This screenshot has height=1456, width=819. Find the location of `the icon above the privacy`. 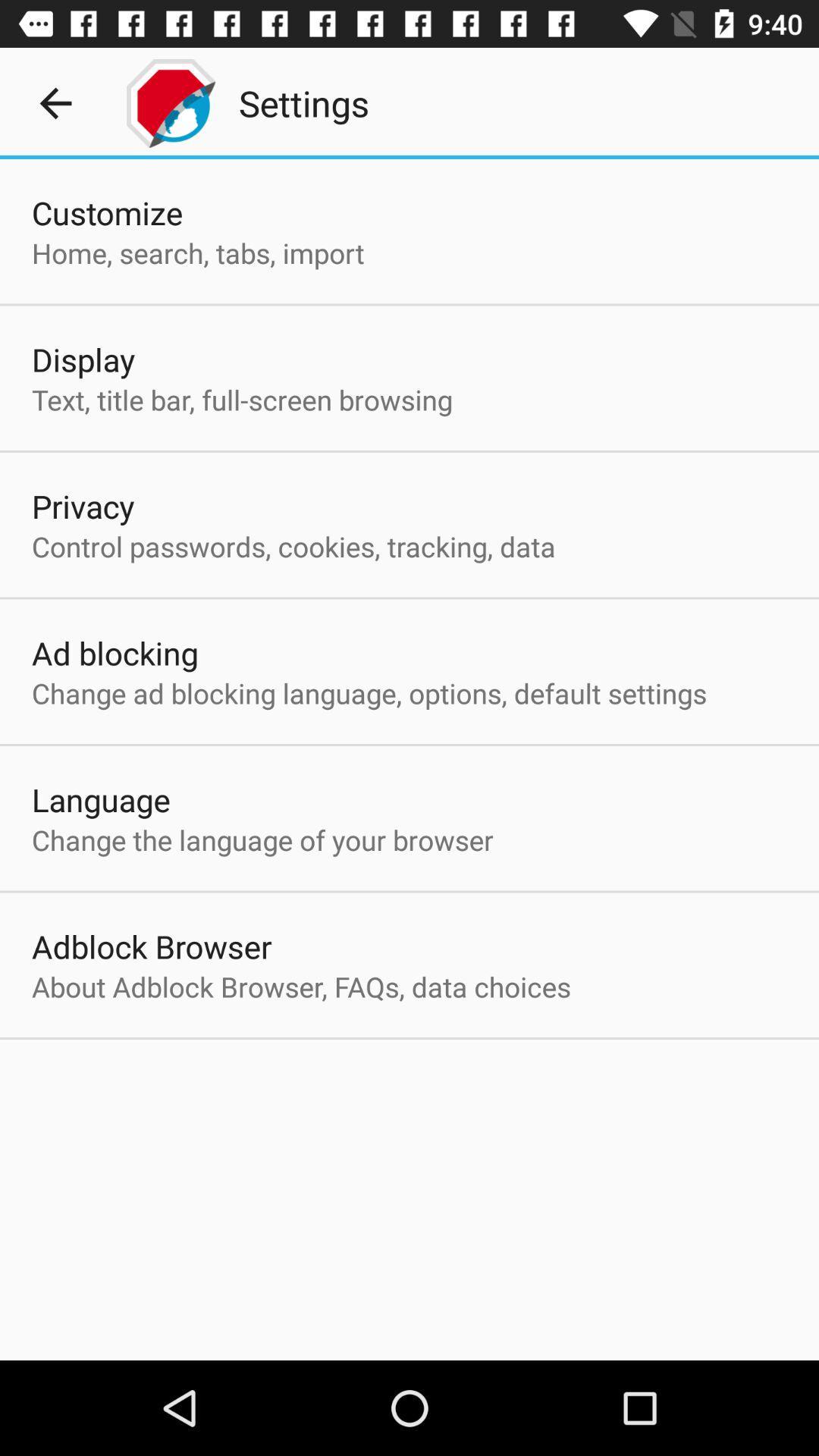

the icon above the privacy is located at coordinates (241, 400).